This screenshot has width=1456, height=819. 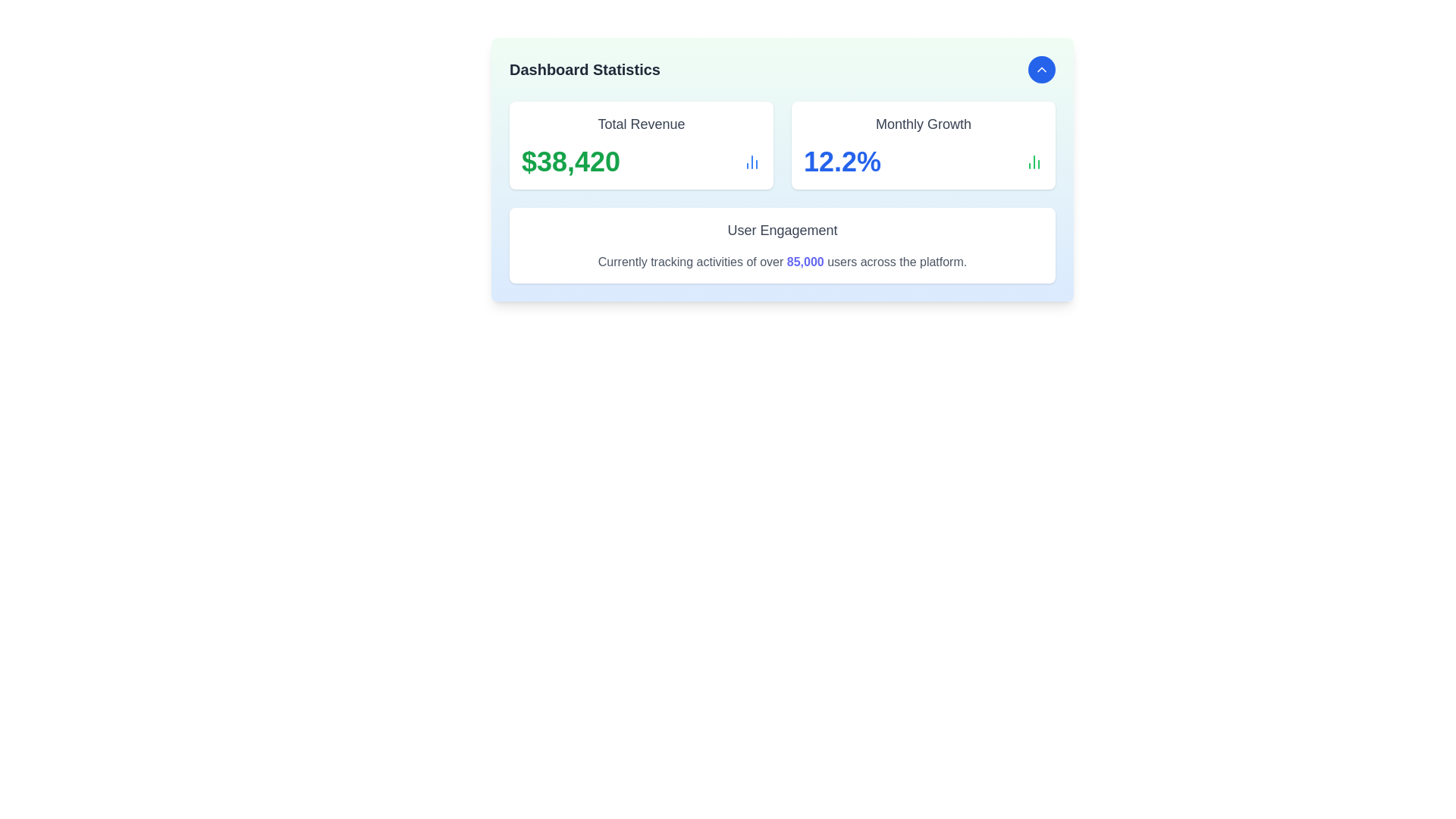 What do you see at coordinates (783, 245) in the screenshot?
I see `title and content of the Informational Card located in the bottom row of the grid layout, below the 'Total Revenue' and 'Monthly Growth' cards` at bounding box center [783, 245].